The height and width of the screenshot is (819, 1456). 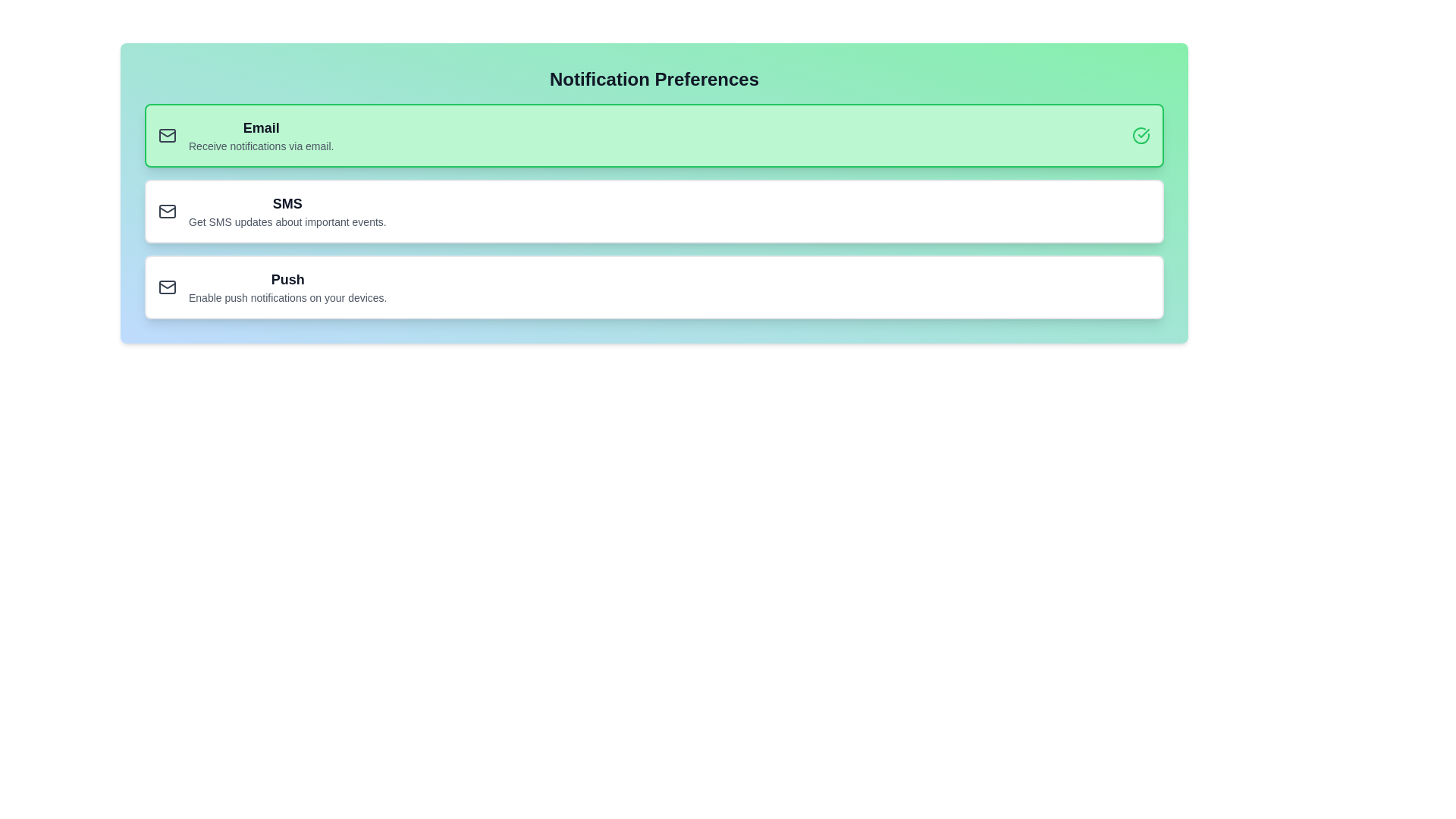 I want to click on the envelope-shaped icon for SMS notification settings, which is located at the top-left corner of the SMS option, next to the label 'SMS', so click(x=167, y=211).